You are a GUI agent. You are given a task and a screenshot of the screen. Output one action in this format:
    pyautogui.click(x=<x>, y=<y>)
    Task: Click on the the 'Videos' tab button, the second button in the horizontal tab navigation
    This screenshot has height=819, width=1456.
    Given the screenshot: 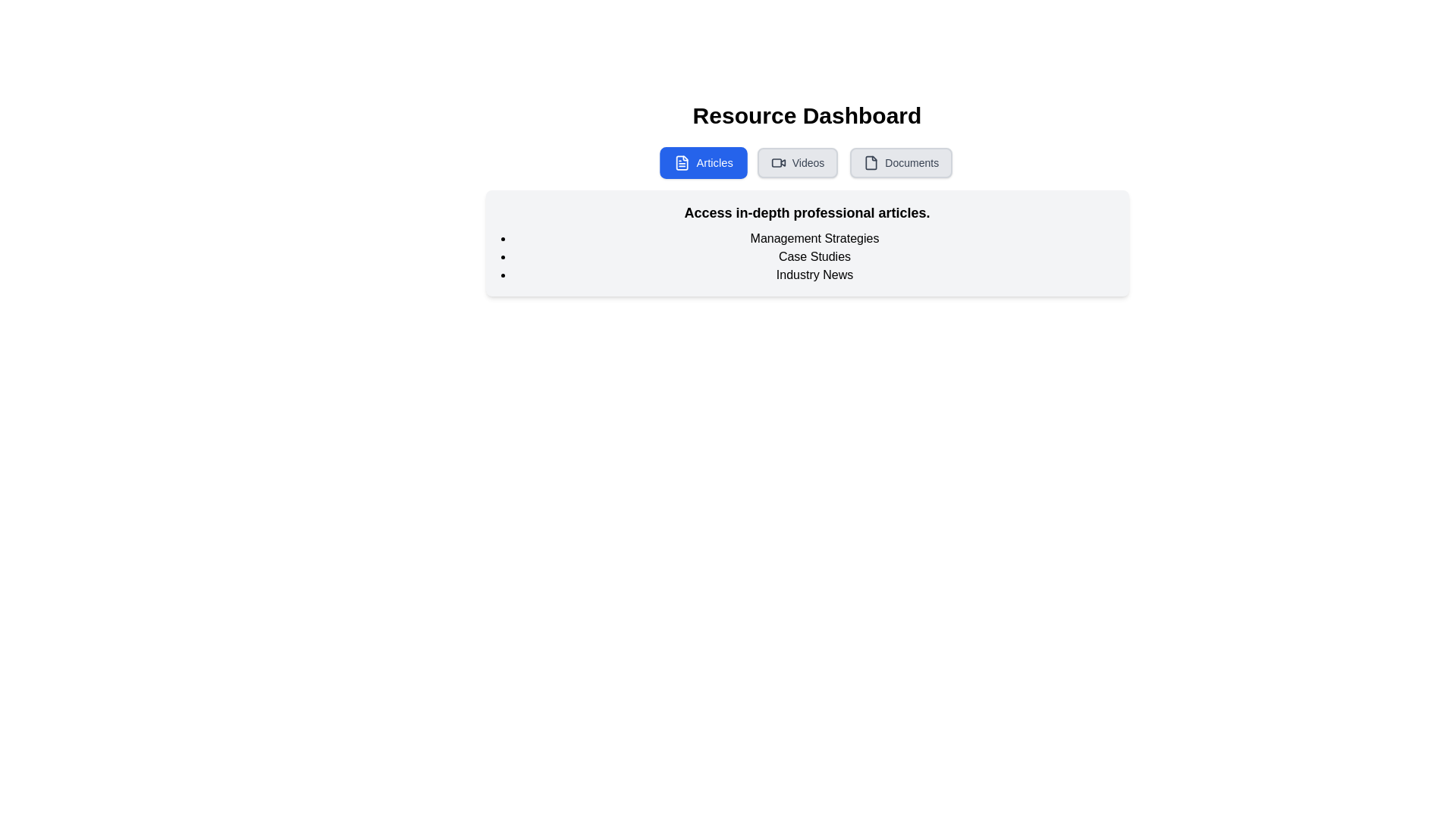 What is the action you would take?
    pyautogui.click(x=796, y=163)
    